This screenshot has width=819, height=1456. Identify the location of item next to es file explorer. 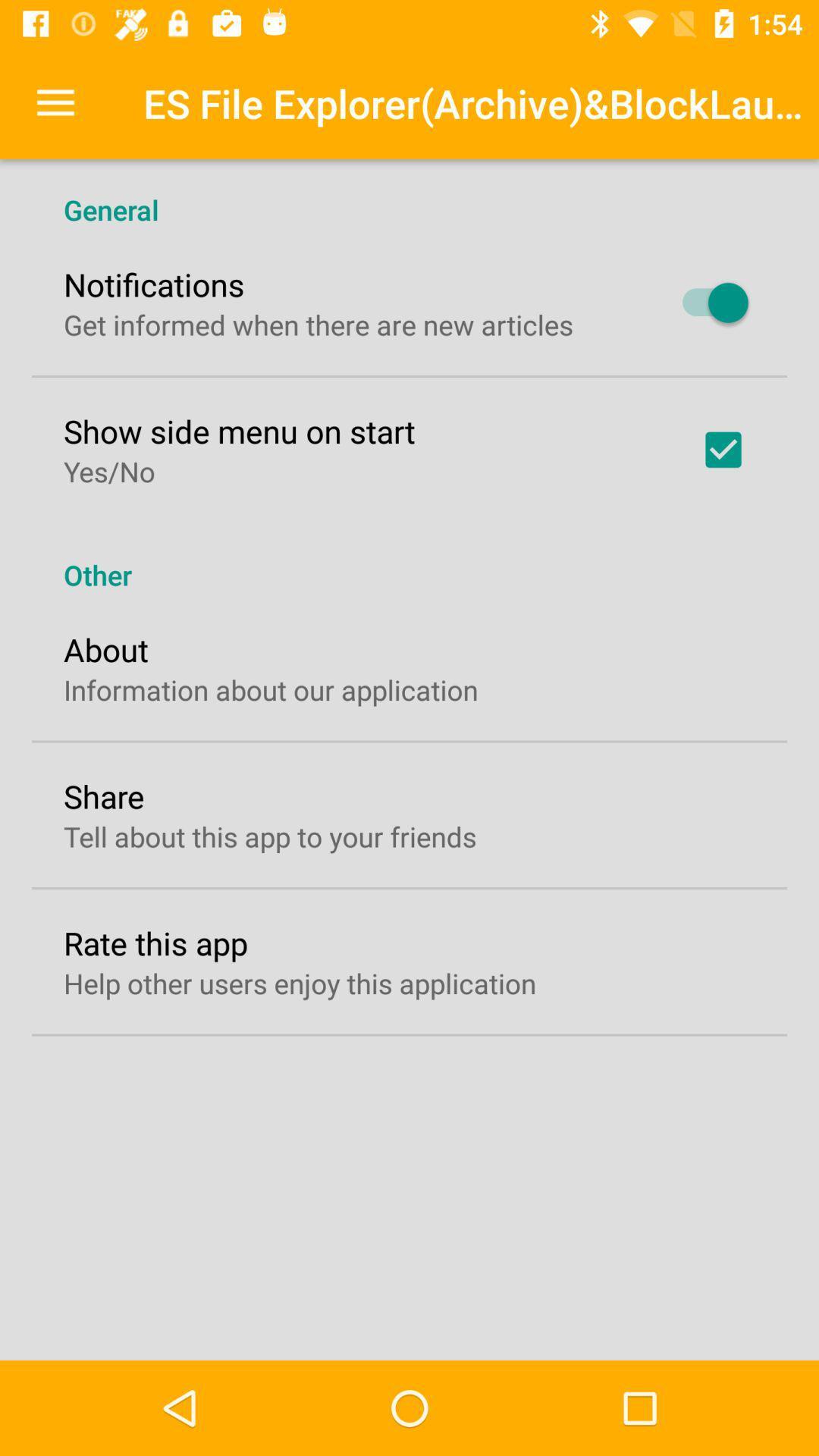
(55, 102).